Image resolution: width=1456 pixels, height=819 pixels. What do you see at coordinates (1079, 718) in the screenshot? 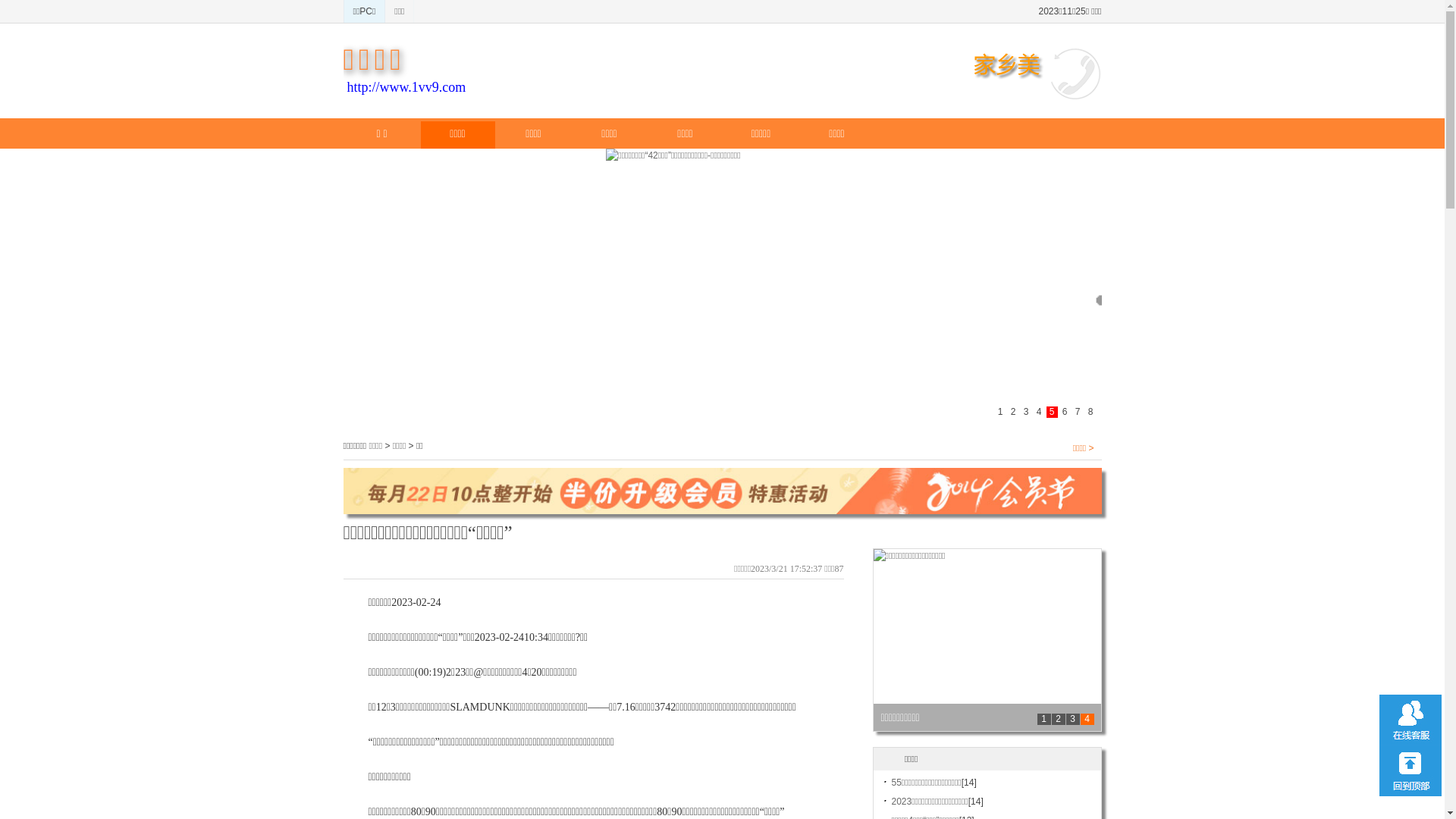
I see `'4'` at bounding box center [1079, 718].